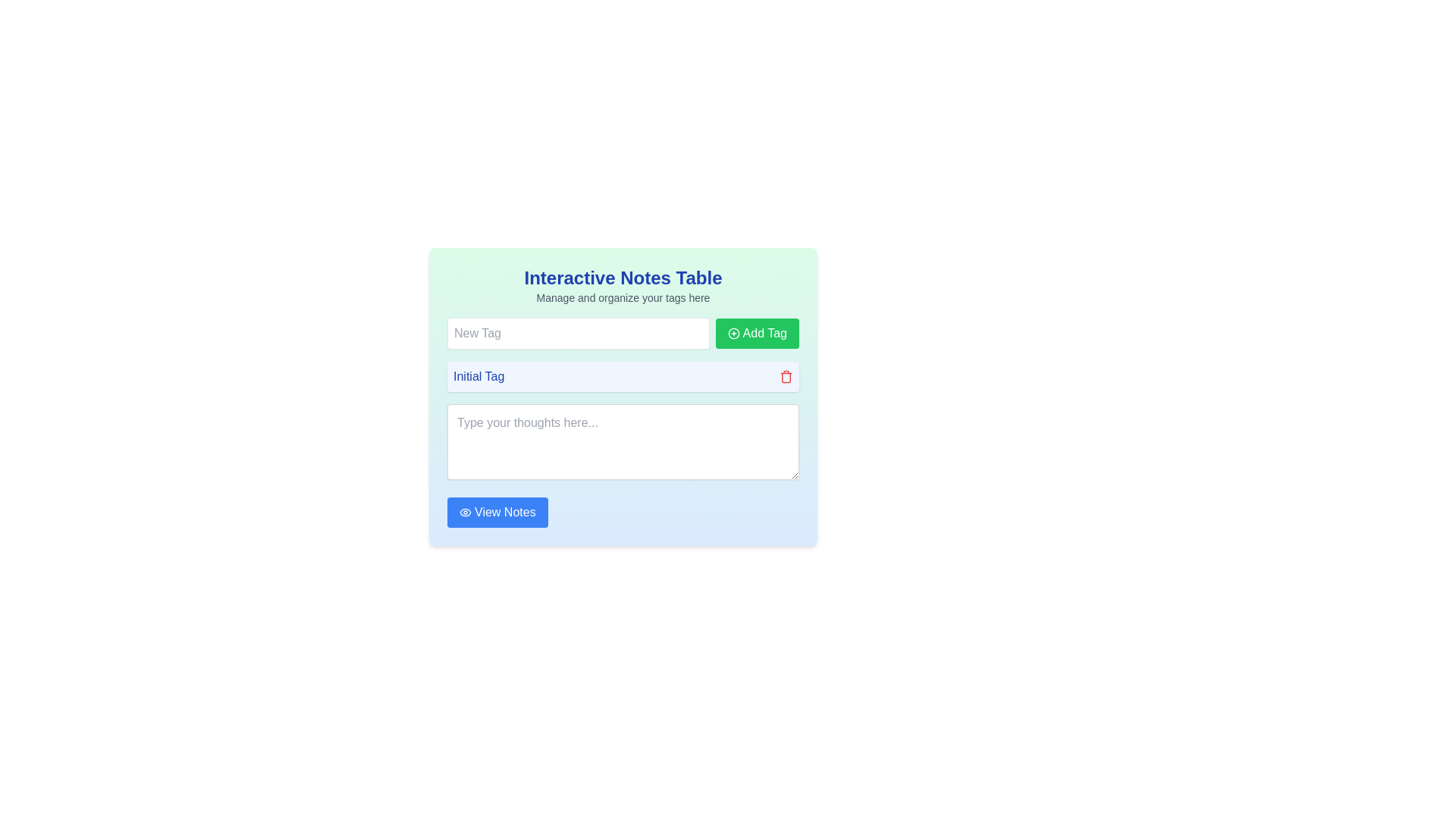 This screenshot has width=1456, height=819. What do you see at coordinates (733, 332) in the screenshot?
I see `the SVG circle element that represents the 'Add Tag' button, located to the right of the 'New Tag' text field` at bounding box center [733, 332].